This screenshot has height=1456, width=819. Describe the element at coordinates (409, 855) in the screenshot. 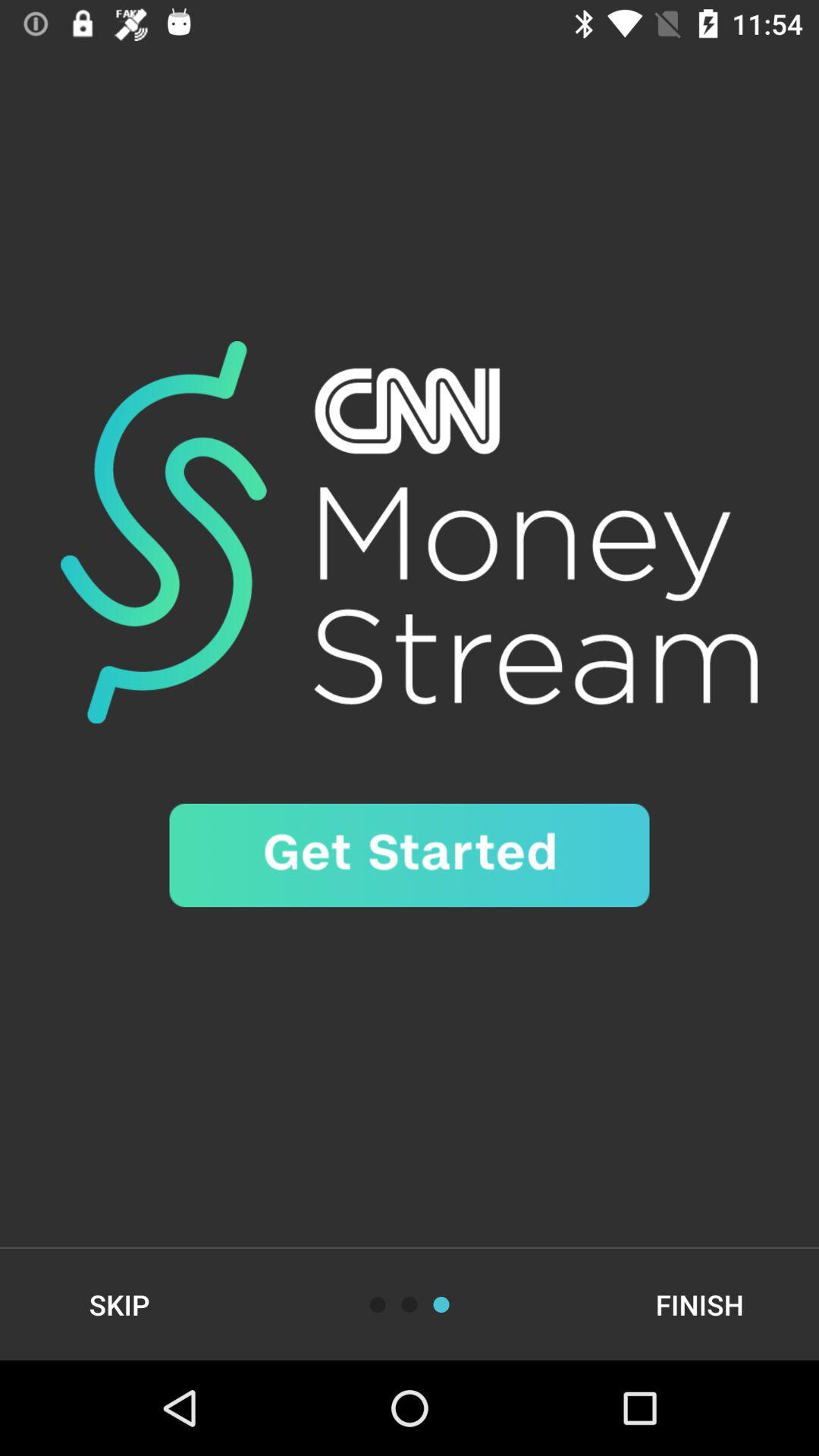

I see `get started` at that location.